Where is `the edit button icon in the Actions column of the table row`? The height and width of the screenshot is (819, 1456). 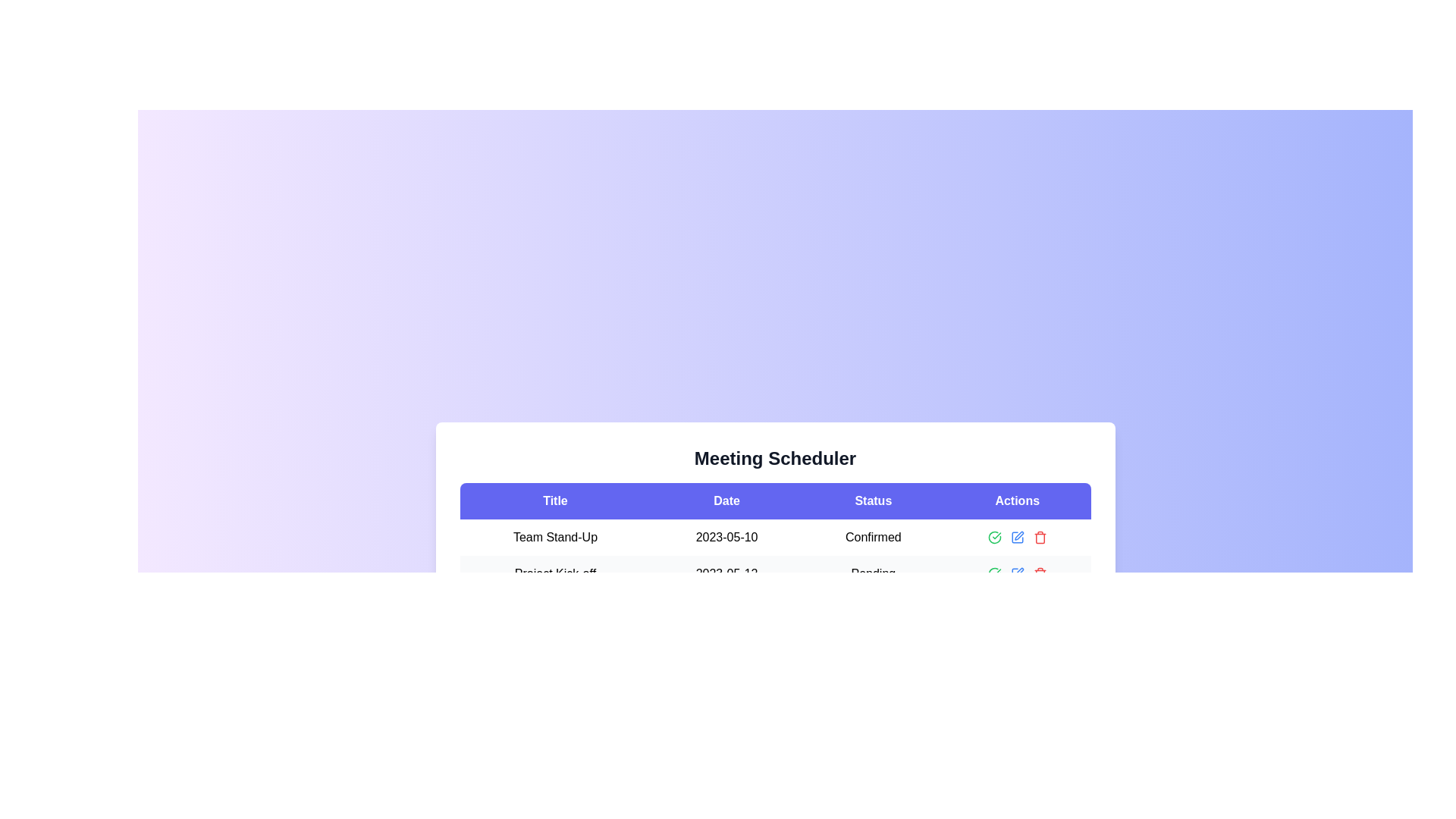 the edit button icon in the Actions column of the table row is located at coordinates (1017, 537).